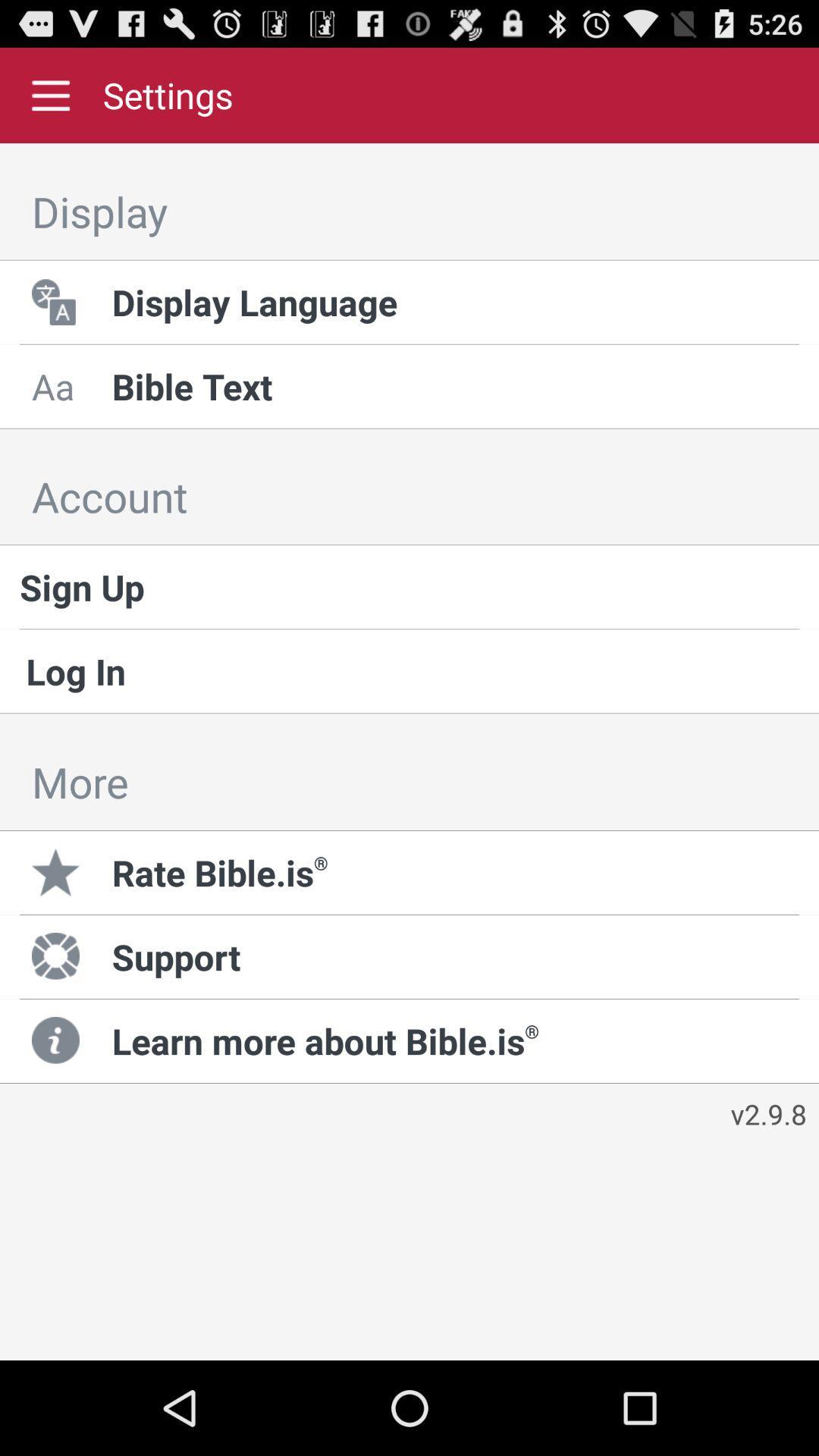 This screenshot has width=819, height=1456. What do you see at coordinates (58, 955) in the screenshot?
I see `the icon which is below the star icon` at bounding box center [58, 955].